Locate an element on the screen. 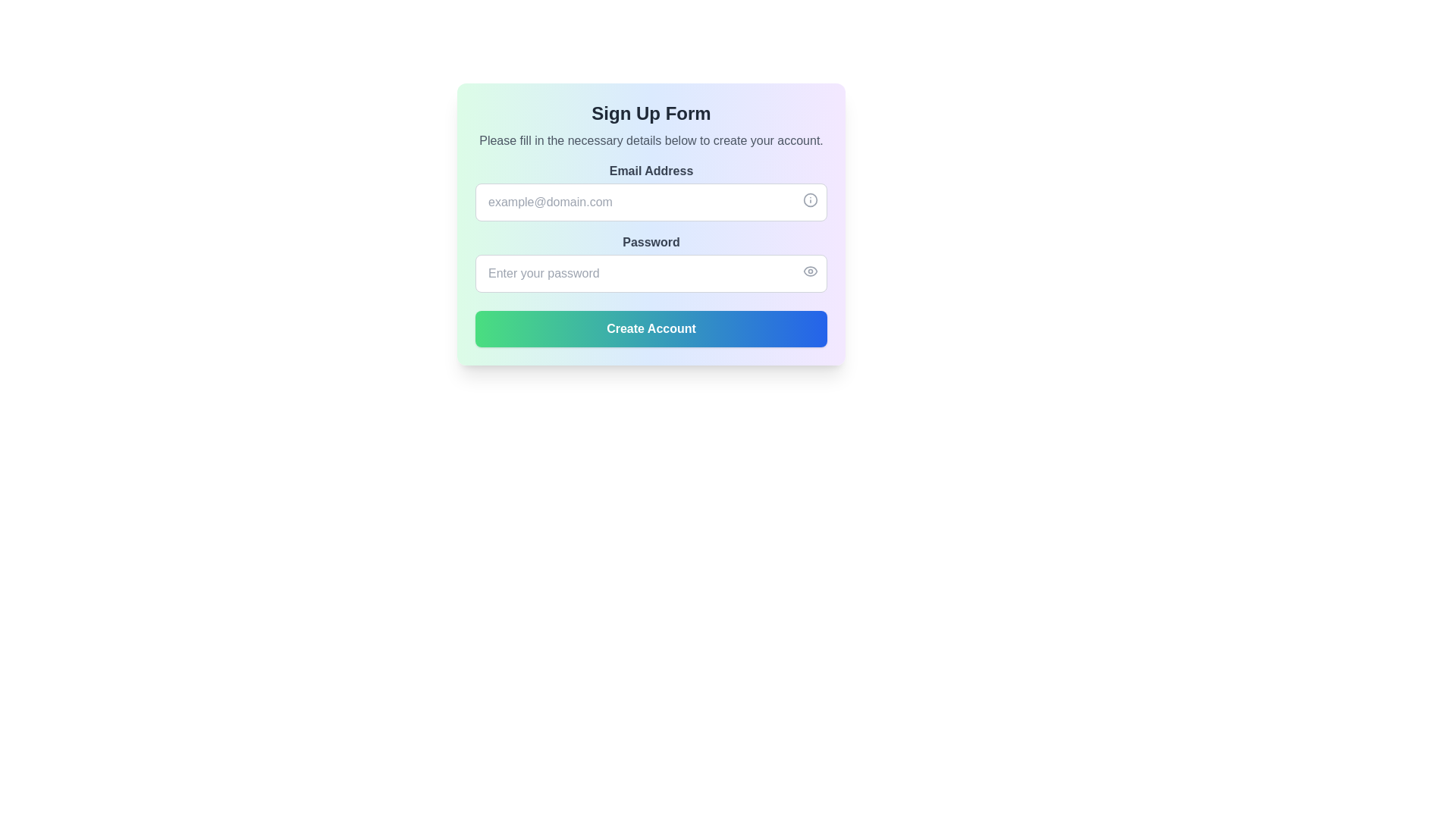 The height and width of the screenshot is (819, 1456). the button located in the top-right corner of the password input field labeled 'Password' is located at coordinates (810, 271).